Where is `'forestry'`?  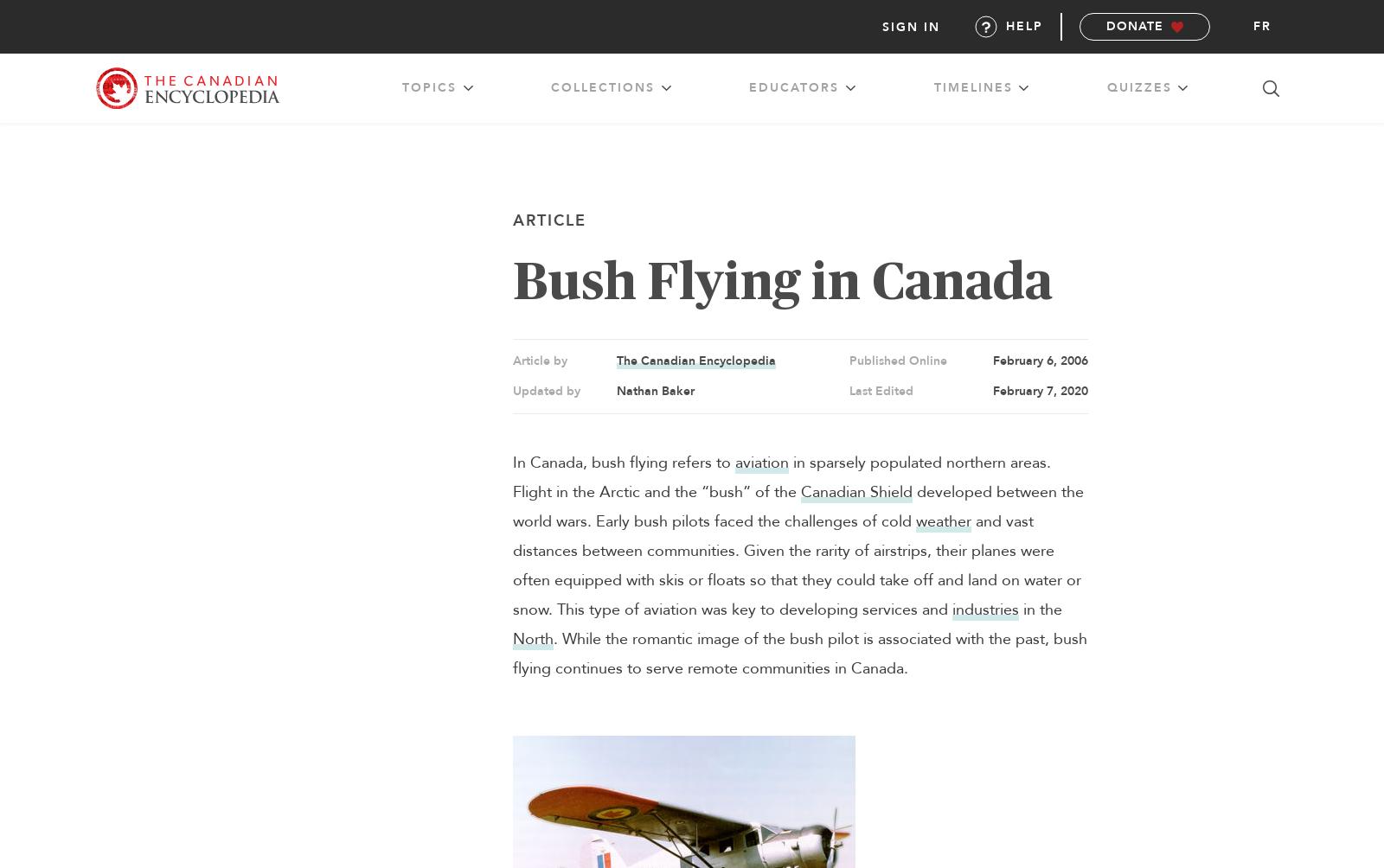
'forestry' is located at coordinates (1019, 130).